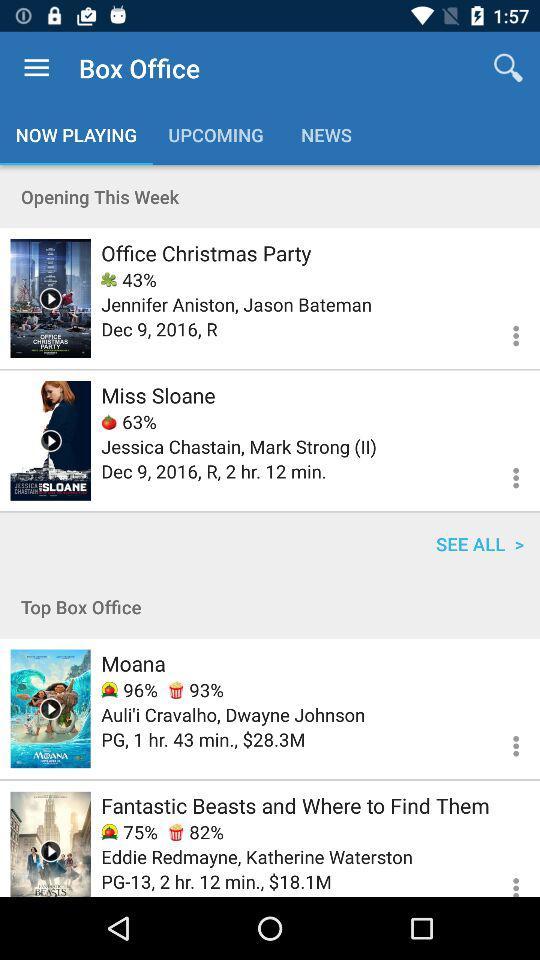 Image resolution: width=540 pixels, height=960 pixels. I want to click on show options, so click(503, 333).